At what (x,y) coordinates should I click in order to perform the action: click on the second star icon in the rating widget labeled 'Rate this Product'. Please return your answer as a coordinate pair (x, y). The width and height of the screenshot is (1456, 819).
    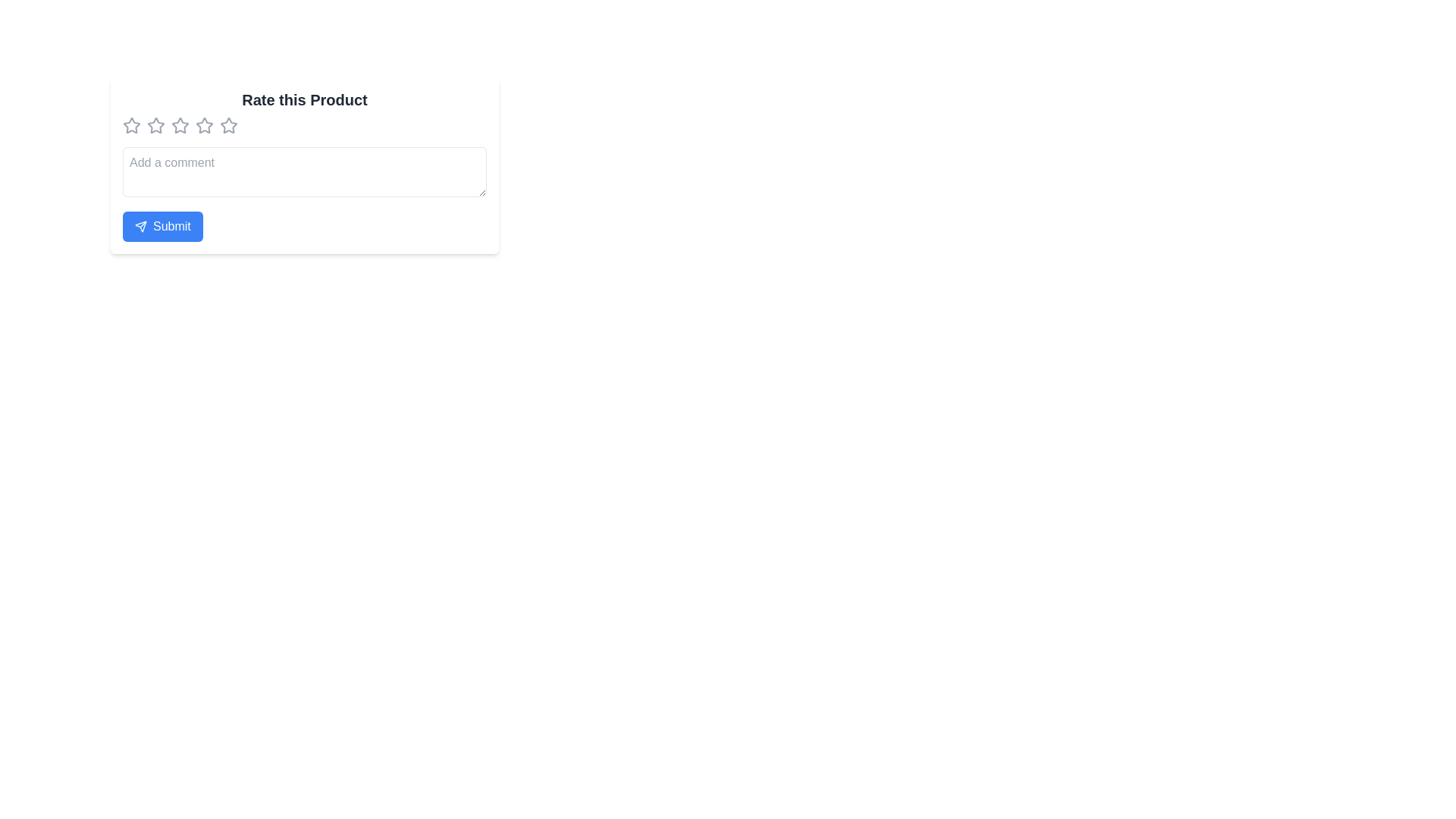
    Looking at the image, I should click on (180, 124).